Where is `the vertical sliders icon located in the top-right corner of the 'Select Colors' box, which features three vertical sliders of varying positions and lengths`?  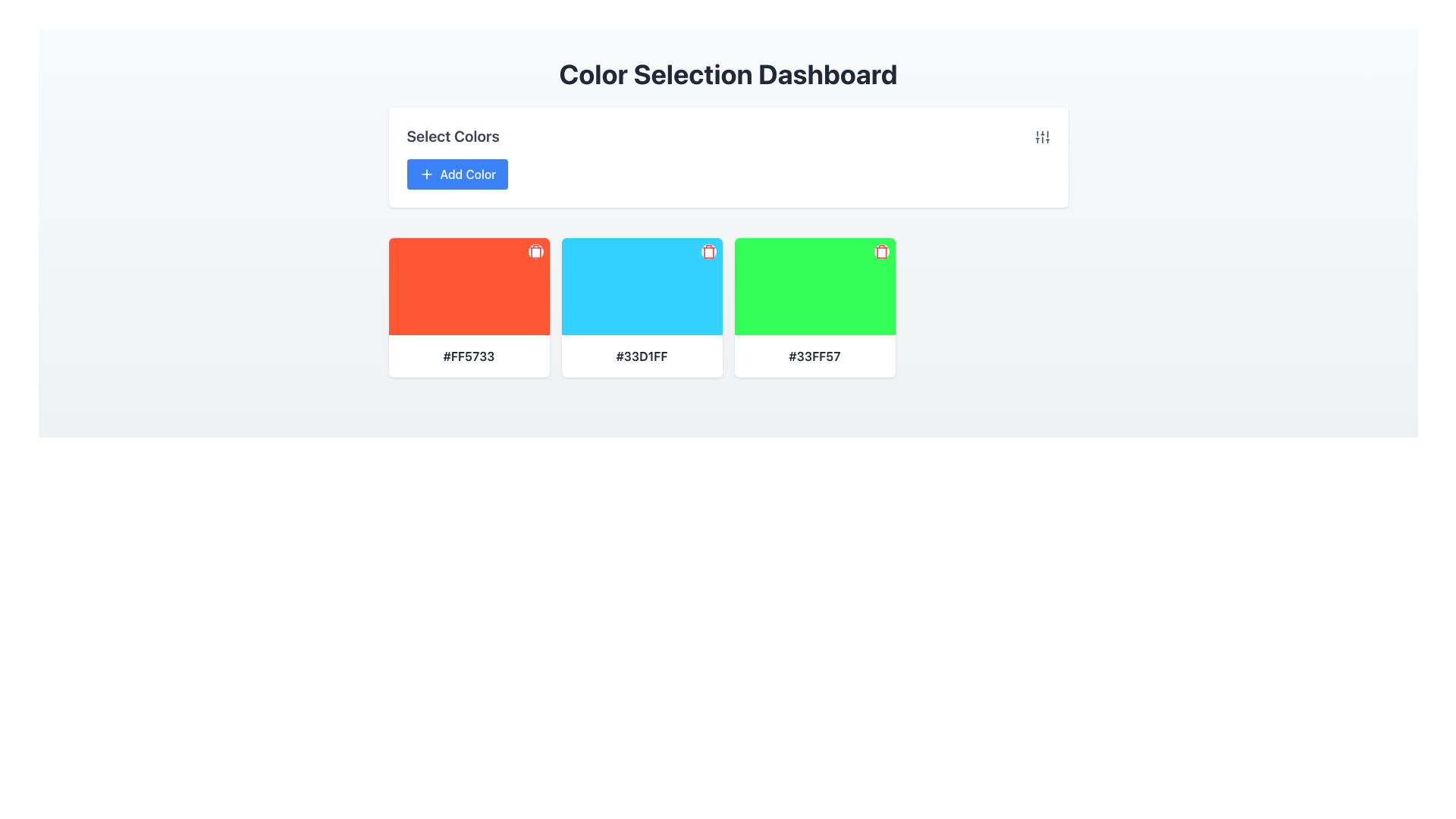
the vertical sliders icon located in the top-right corner of the 'Select Colors' box, which features three vertical sliders of varying positions and lengths is located at coordinates (1041, 137).